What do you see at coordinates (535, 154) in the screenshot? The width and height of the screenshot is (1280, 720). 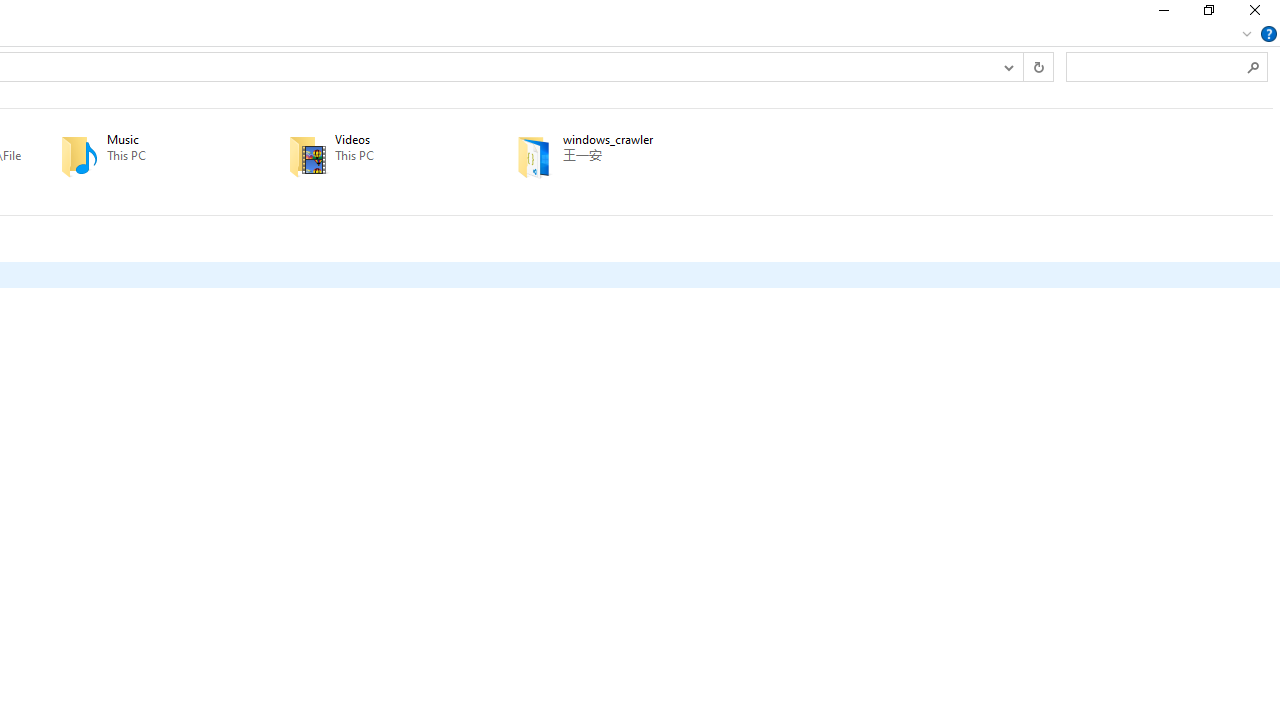 I see `'Class: UIImage'` at bounding box center [535, 154].